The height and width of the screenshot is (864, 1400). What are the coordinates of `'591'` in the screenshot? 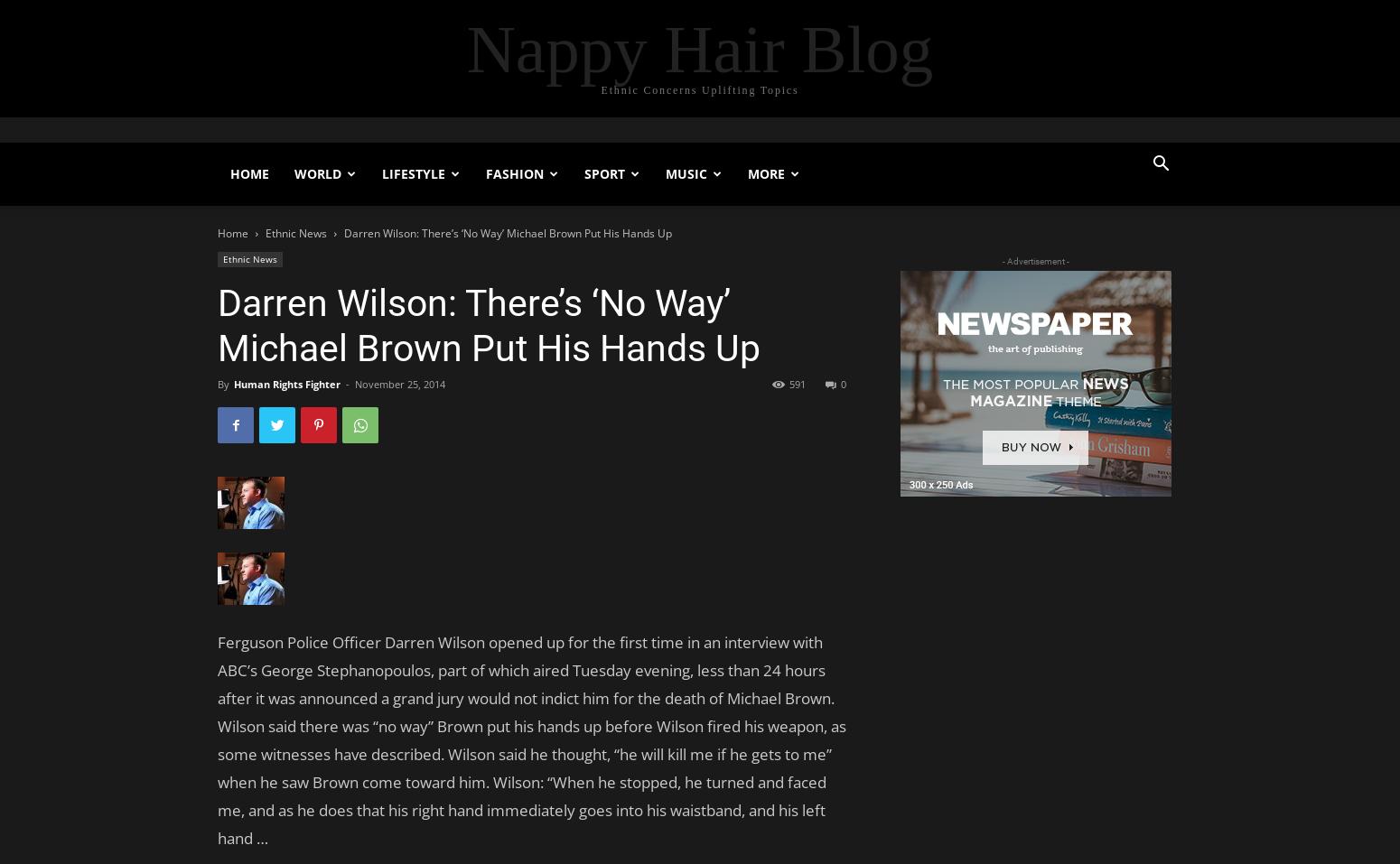 It's located at (798, 383).